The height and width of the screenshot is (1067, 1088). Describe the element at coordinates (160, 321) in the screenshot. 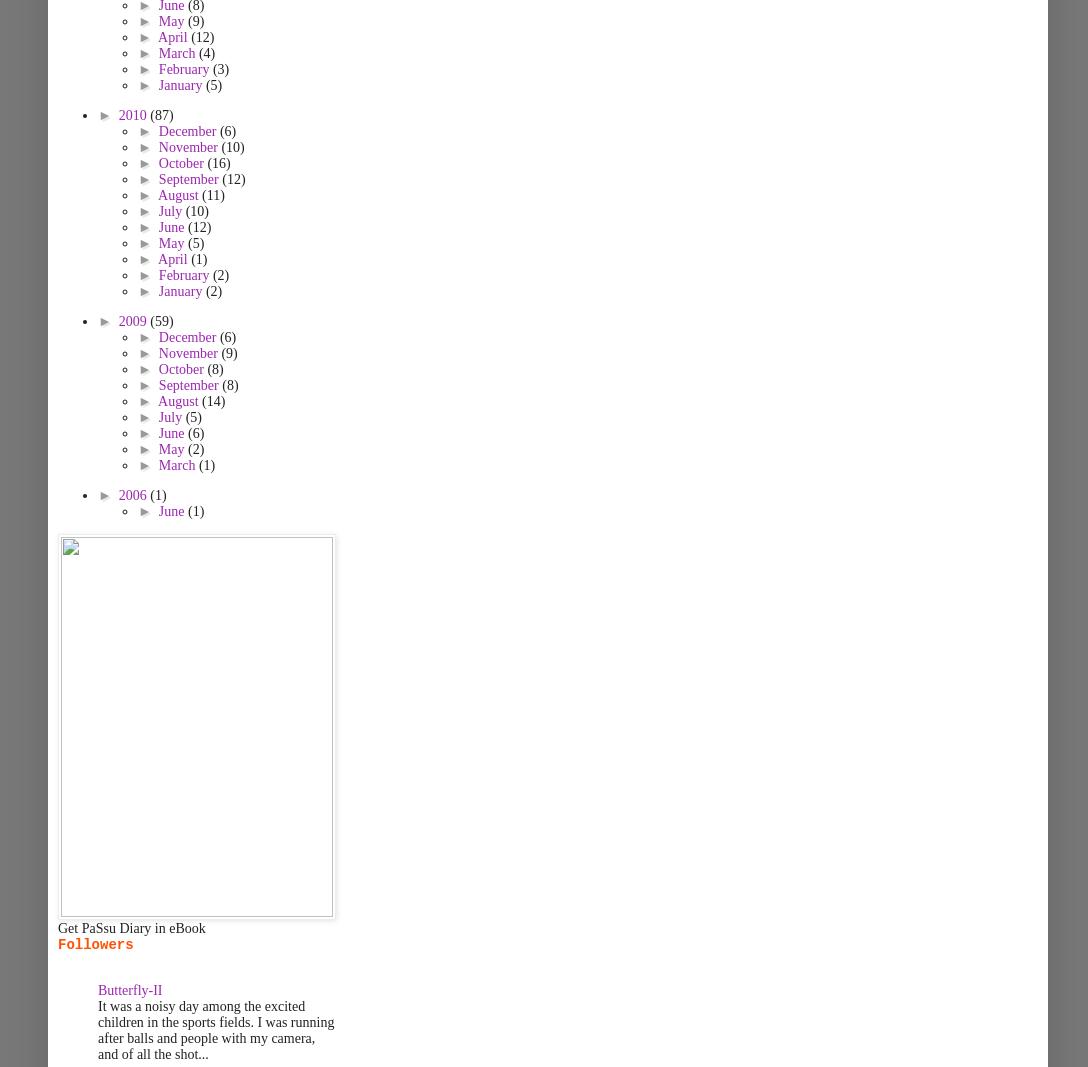

I see `'(59)'` at that location.